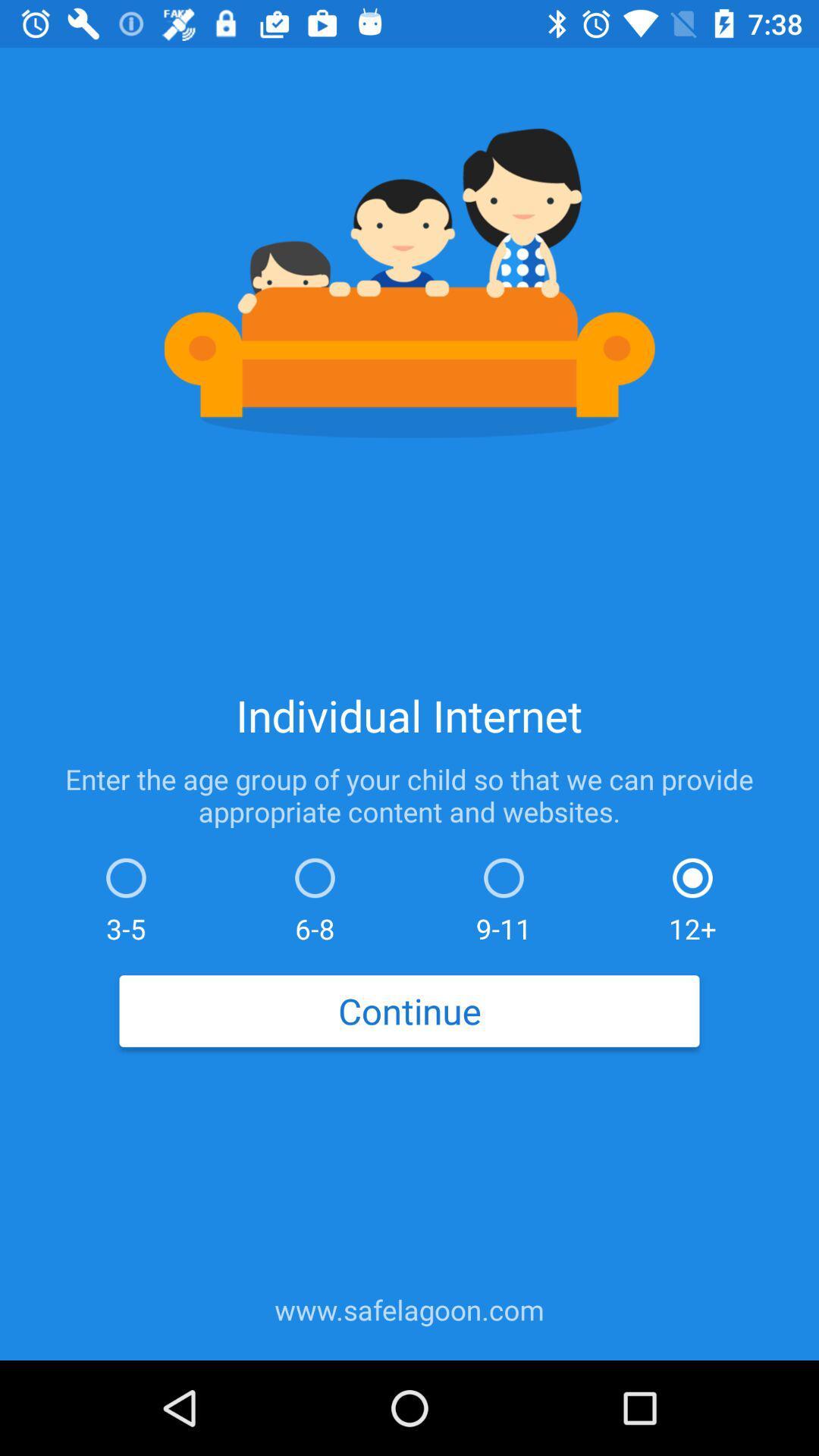 The height and width of the screenshot is (1456, 819). Describe the element at coordinates (125, 896) in the screenshot. I see `the icon below the enter the age icon` at that location.